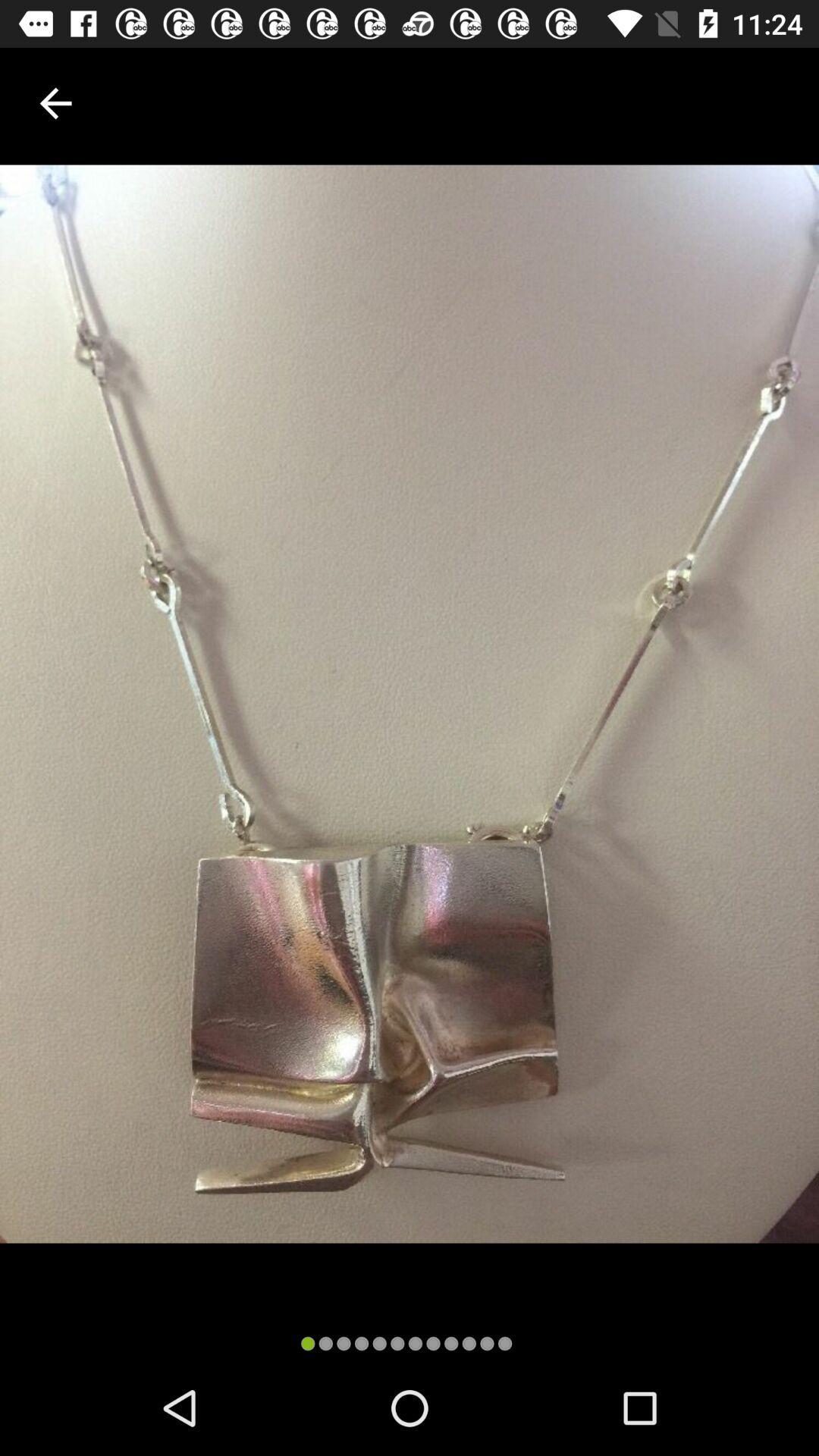  I want to click on go back, so click(55, 102).